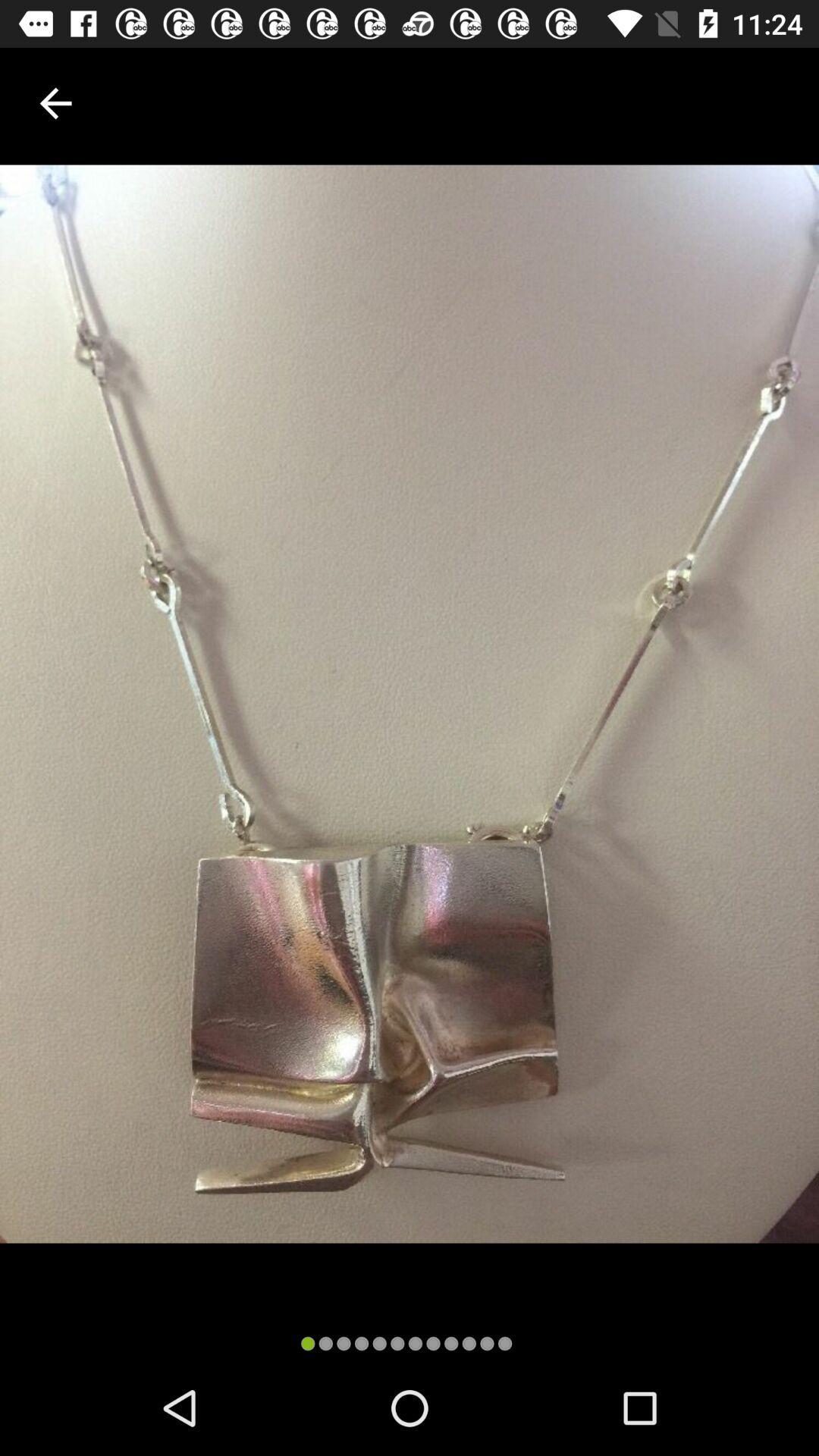  I want to click on go back, so click(55, 102).